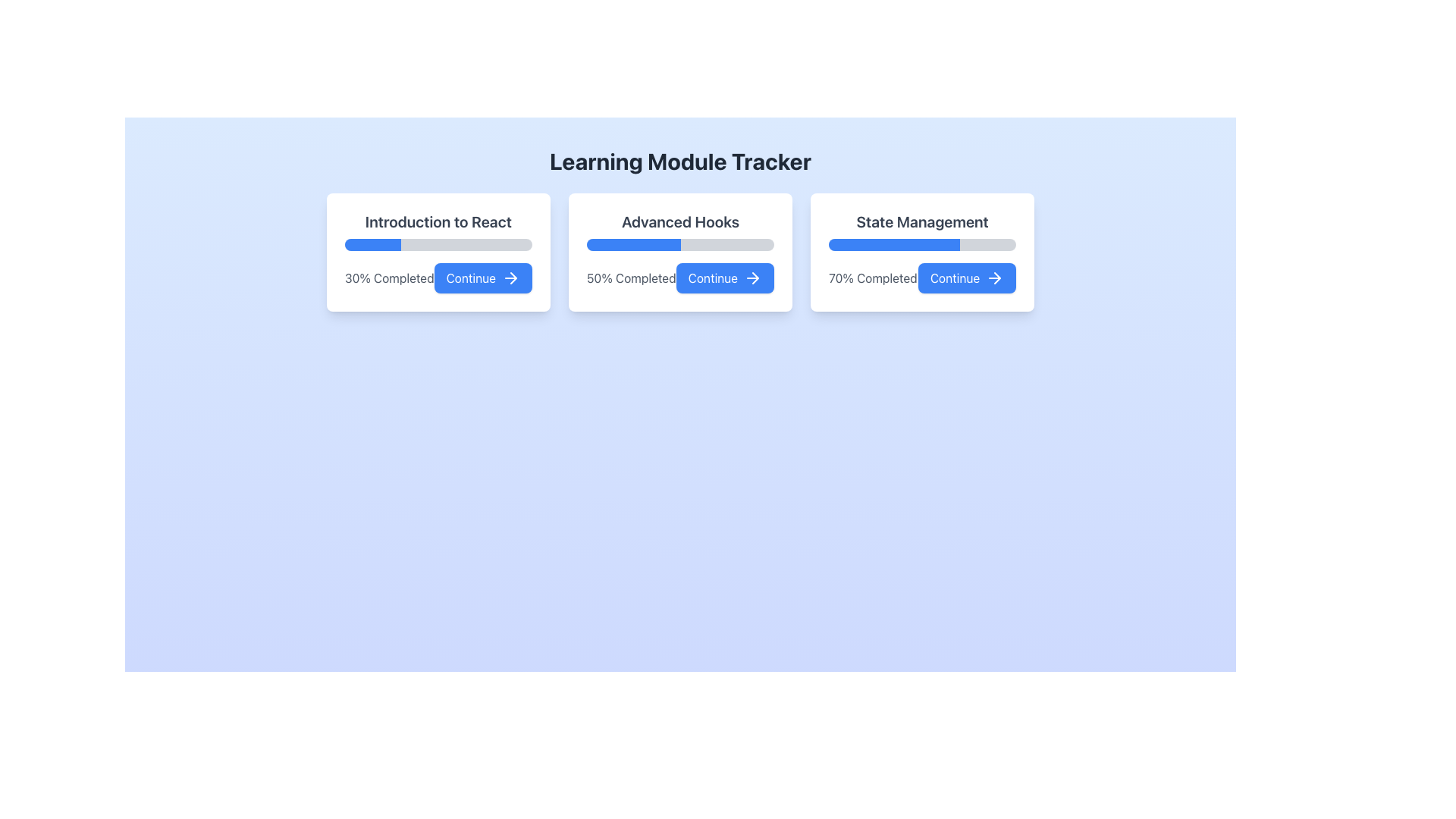  What do you see at coordinates (510, 278) in the screenshot?
I see `the icon that symbolizes progression, positioned inside the 'Continue' button, to the right of the 'Continue' text` at bounding box center [510, 278].